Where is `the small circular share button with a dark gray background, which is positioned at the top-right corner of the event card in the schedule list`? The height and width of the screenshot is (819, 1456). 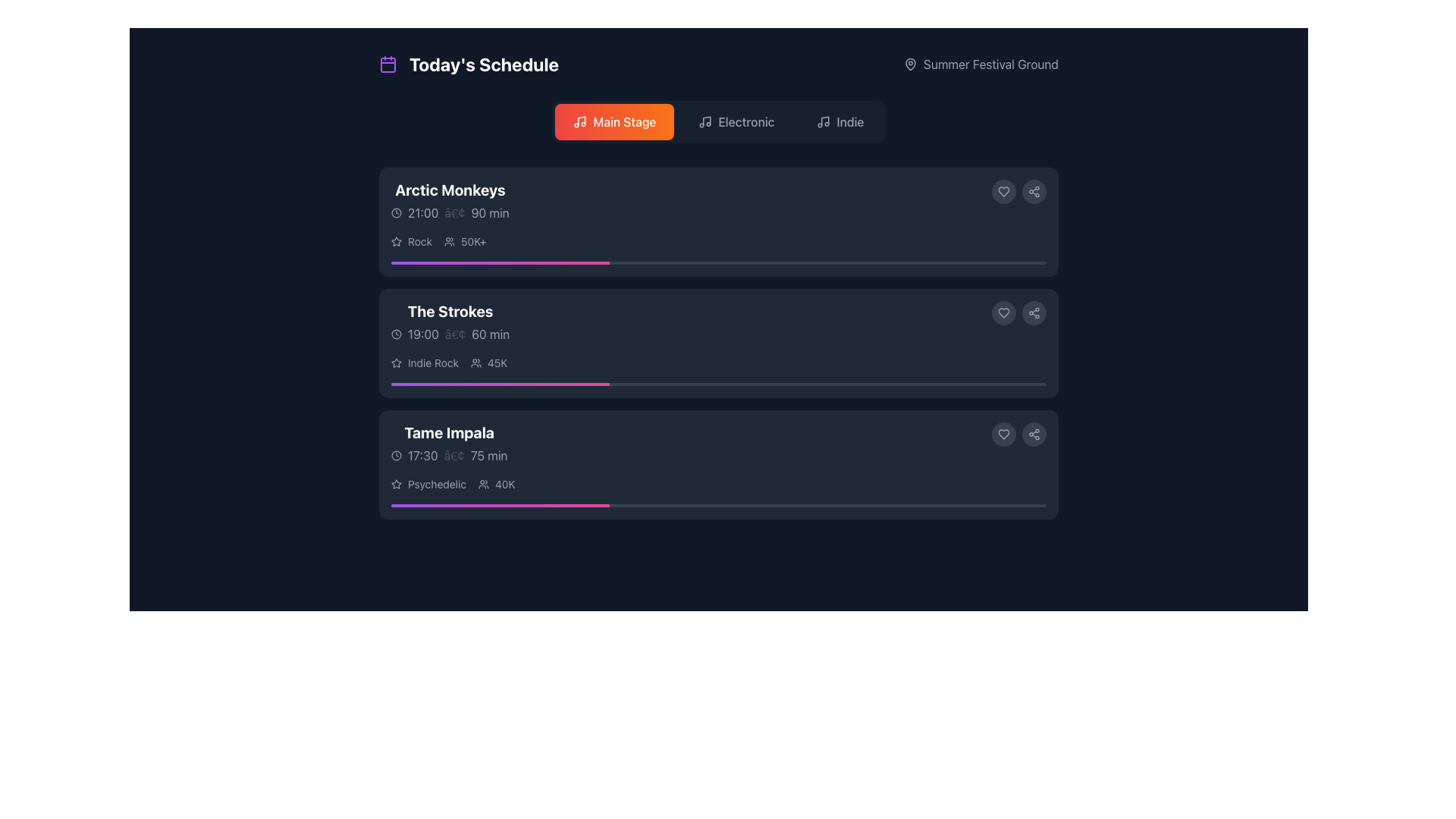 the small circular share button with a dark gray background, which is positioned at the top-right corner of the event card in the schedule list is located at coordinates (1033, 191).